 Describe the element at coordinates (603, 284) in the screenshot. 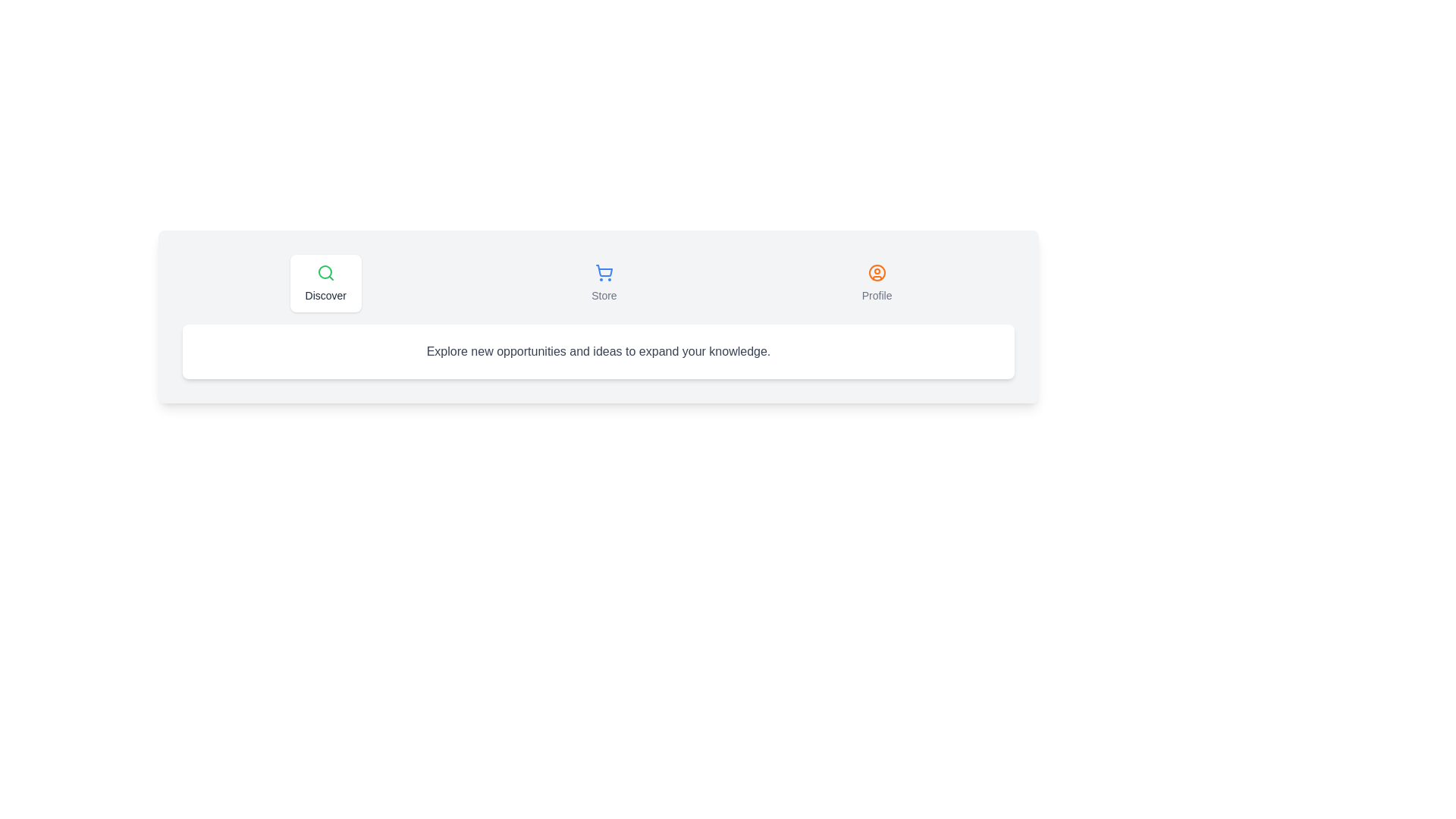

I see `the Store tab to navigate to its content` at that location.